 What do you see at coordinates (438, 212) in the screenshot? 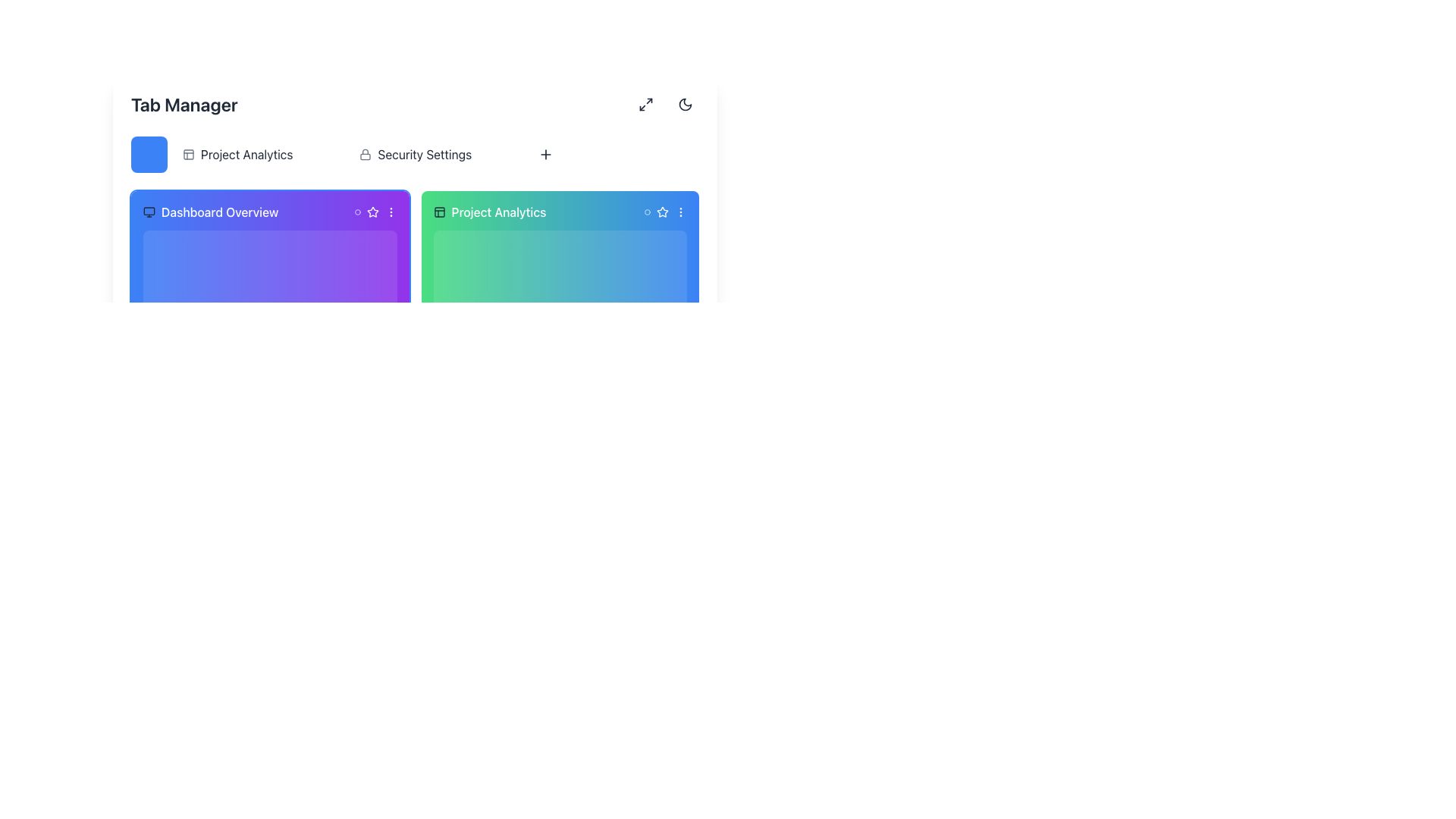
I see `the small icon resembling a panel grid layout located to the left of the 'Project Analytics' text label` at bounding box center [438, 212].